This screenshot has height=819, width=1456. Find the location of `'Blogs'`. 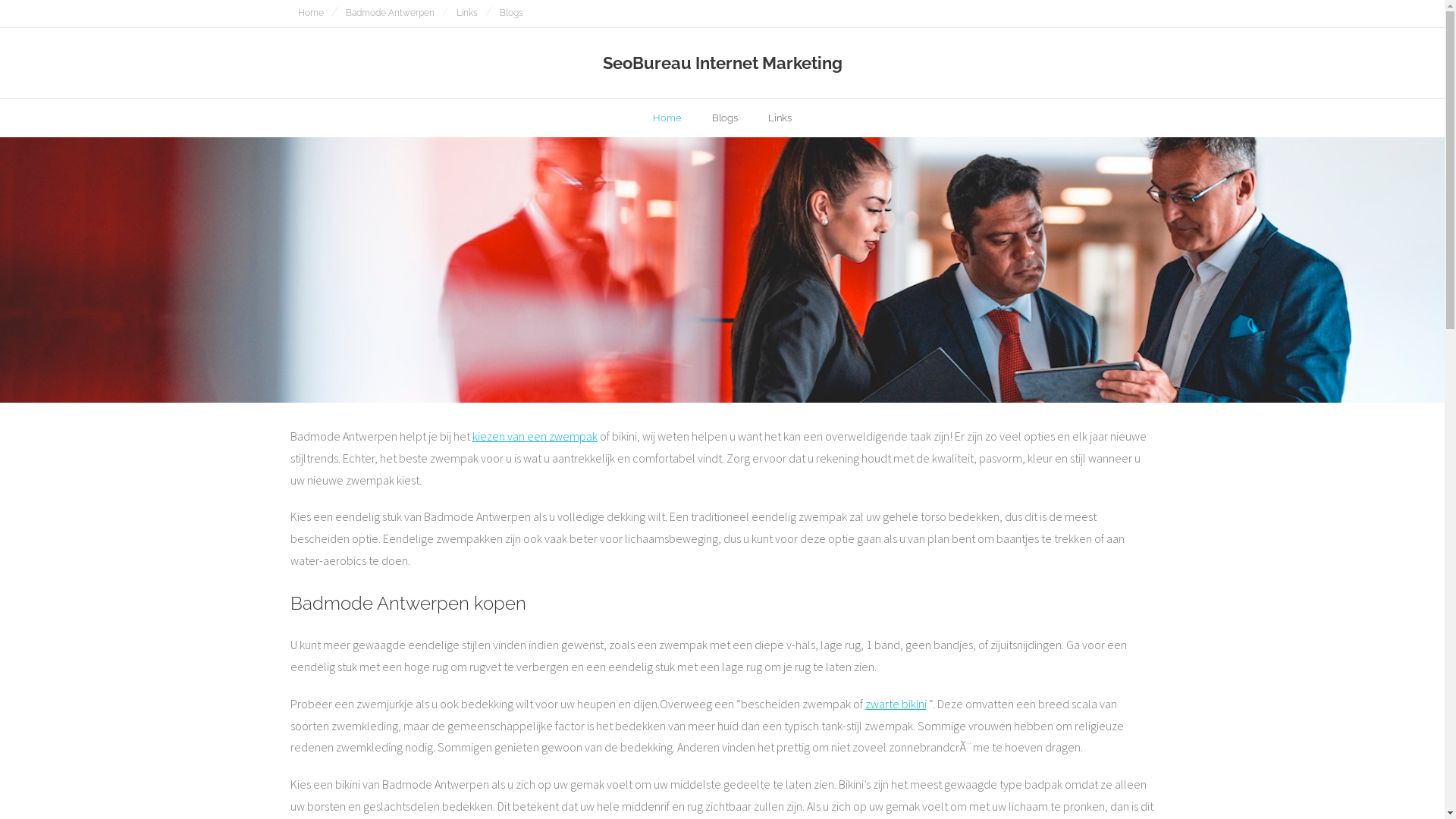

'Blogs' is located at coordinates (723, 117).